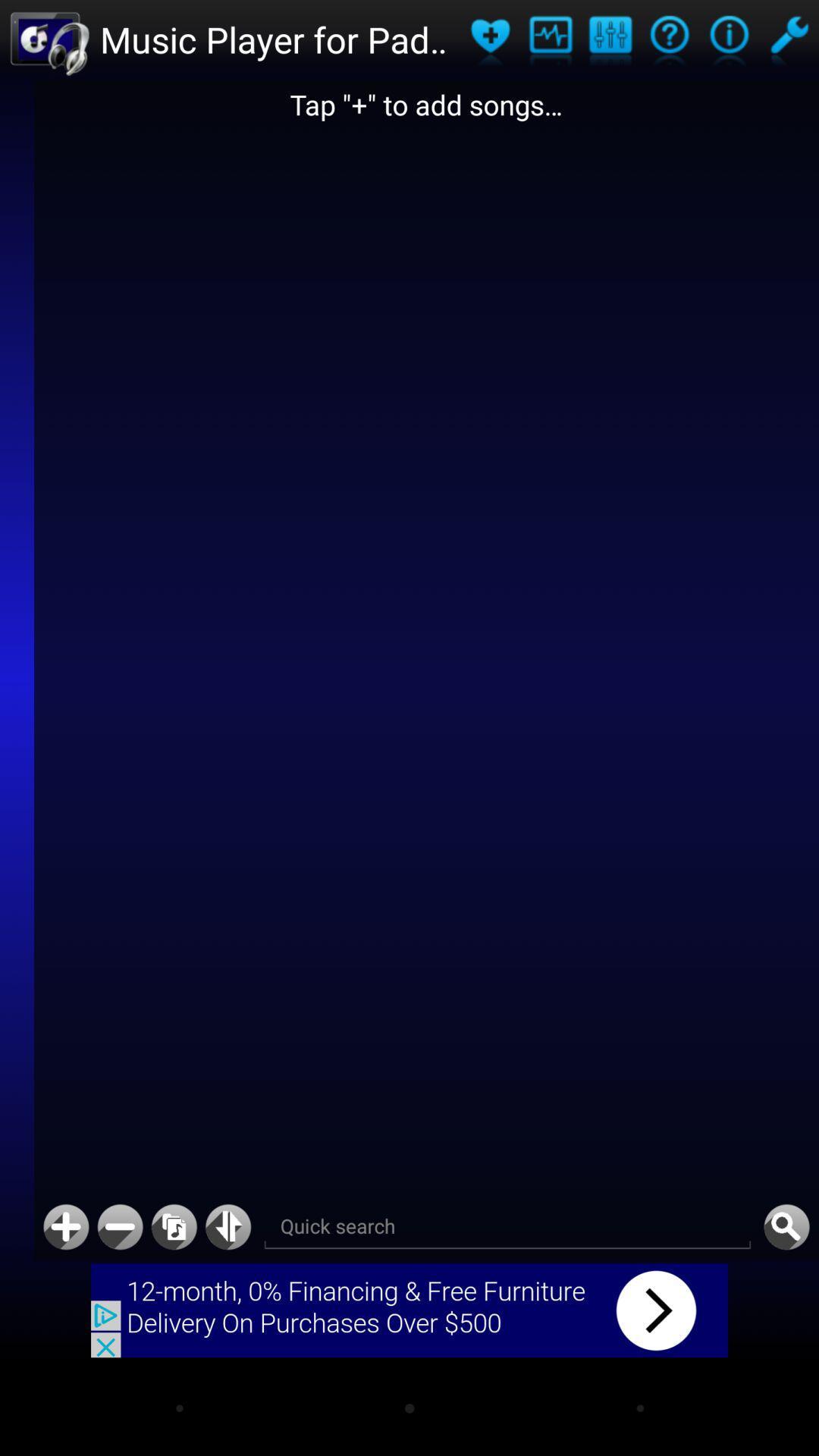  What do you see at coordinates (65, 1227) in the screenshot?
I see `song` at bounding box center [65, 1227].